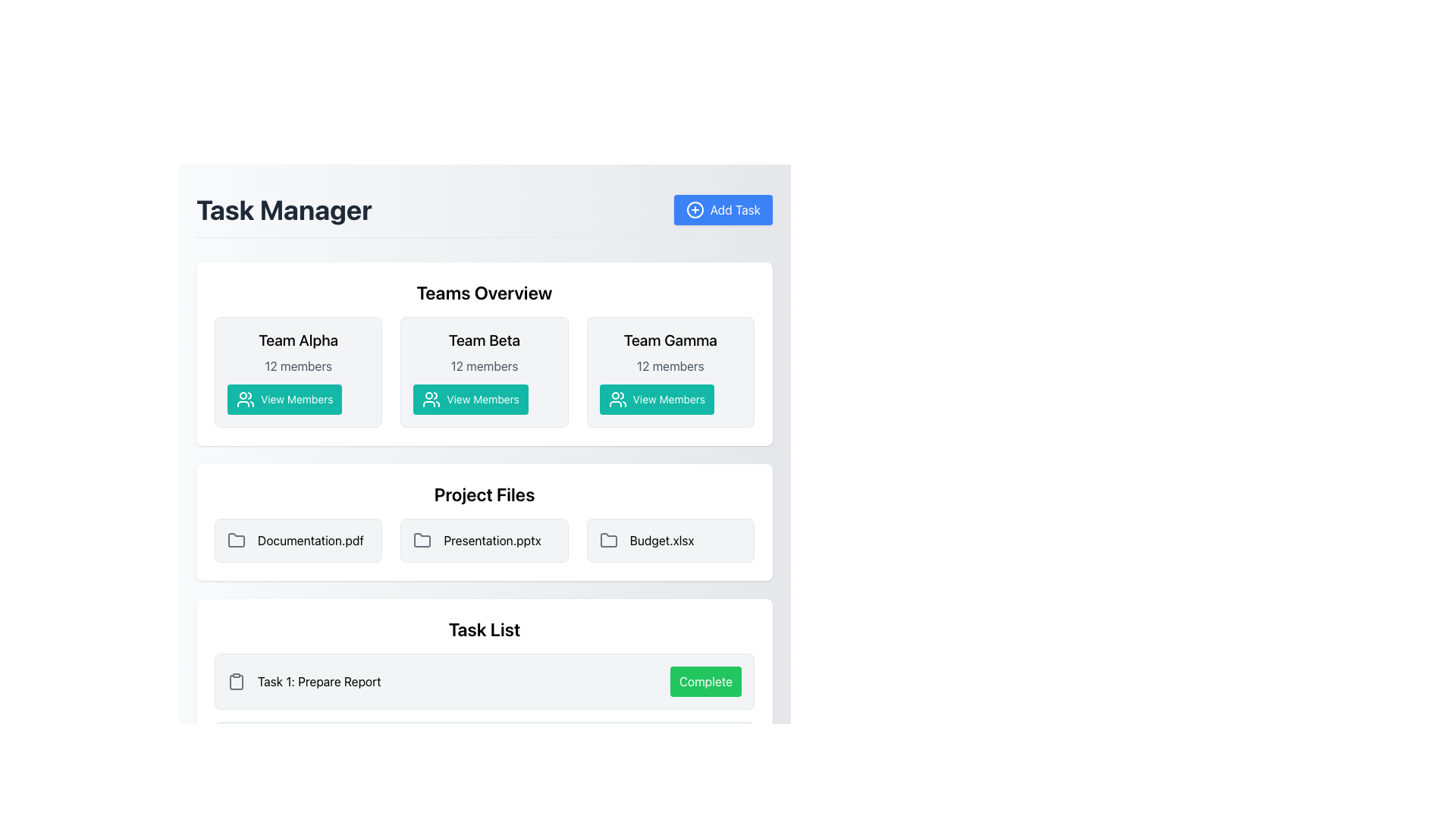 The height and width of the screenshot is (819, 1456). What do you see at coordinates (236, 680) in the screenshot?
I see `the clipboard icon located to the left of the label 'Task 1: Prepare Report' in the 'Task List' section` at bounding box center [236, 680].